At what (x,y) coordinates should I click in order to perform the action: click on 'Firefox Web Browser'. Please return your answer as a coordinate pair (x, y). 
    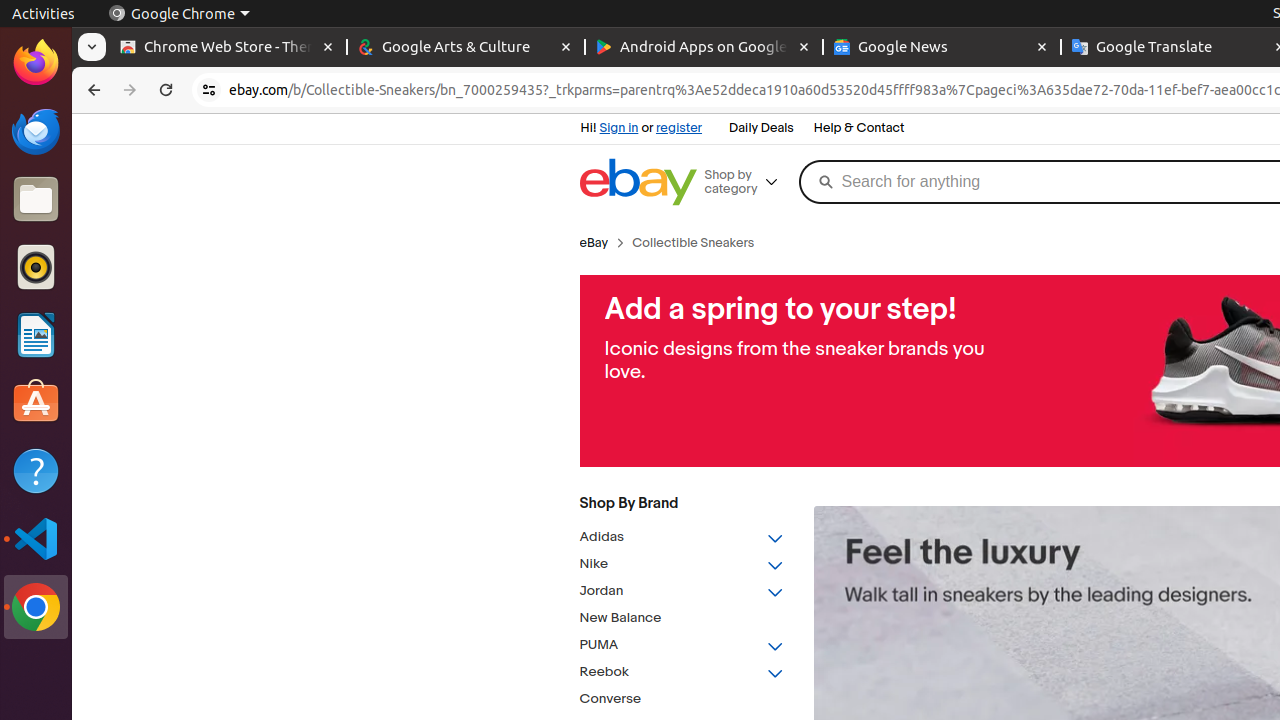
    Looking at the image, I should click on (35, 61).